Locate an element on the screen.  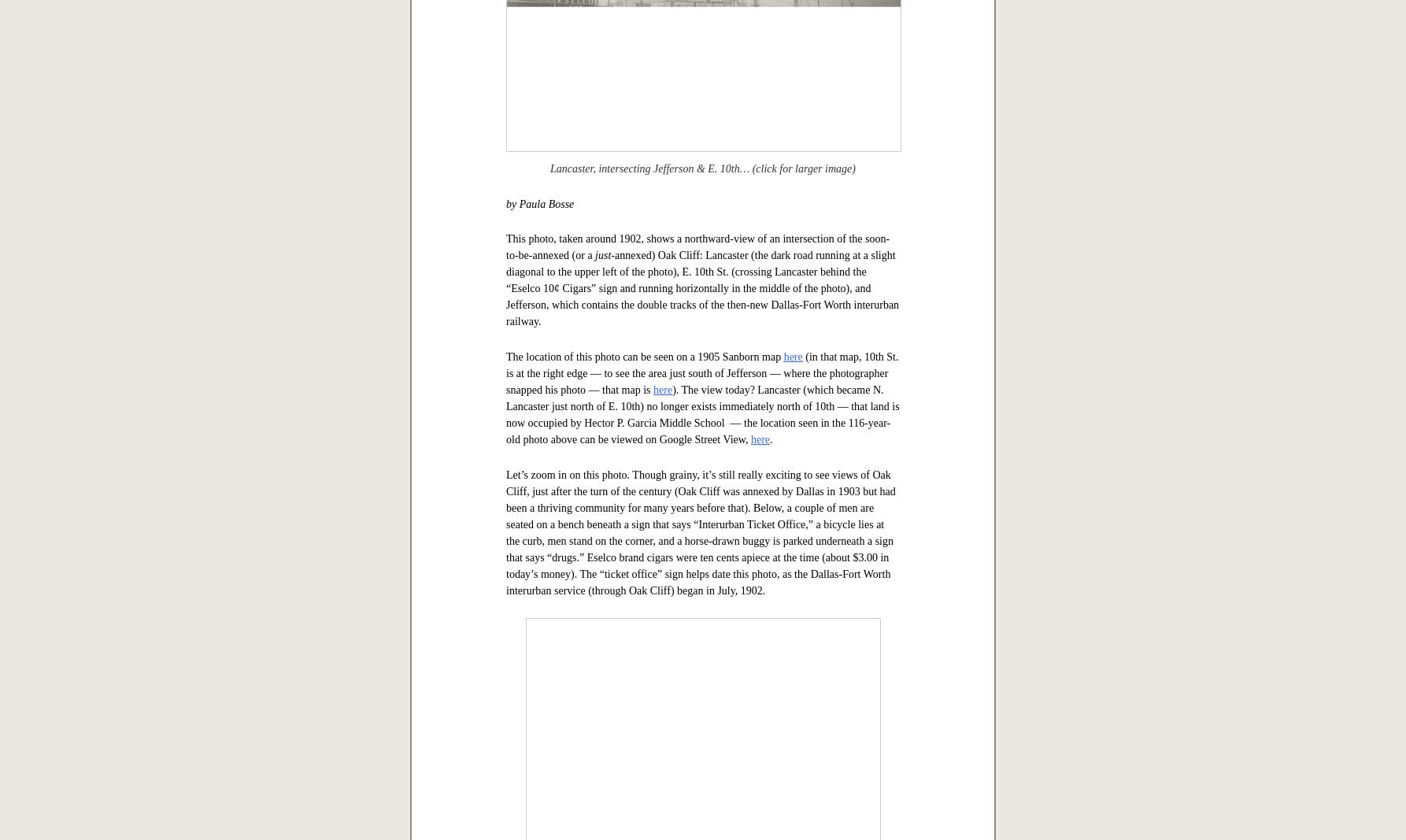
'Copyright © 2018 Paula Bosse. All Rights Reserved.' is located at coordinates (701, 71).